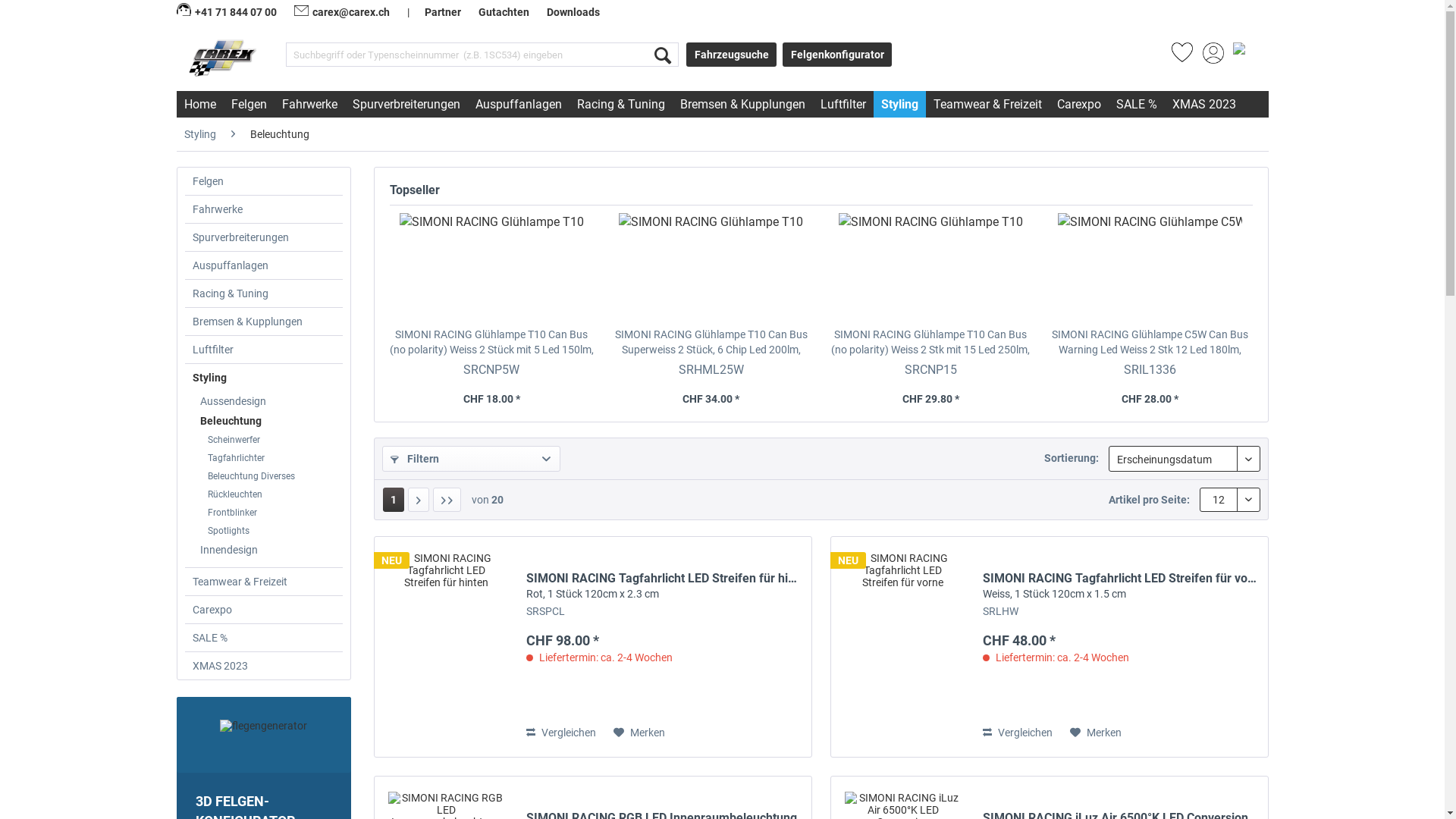 This screenshot has height=819, width=1456. Describe the element at coordinates (1230, 57) in the screenshot. I see `'Warenkorb'` at that location.